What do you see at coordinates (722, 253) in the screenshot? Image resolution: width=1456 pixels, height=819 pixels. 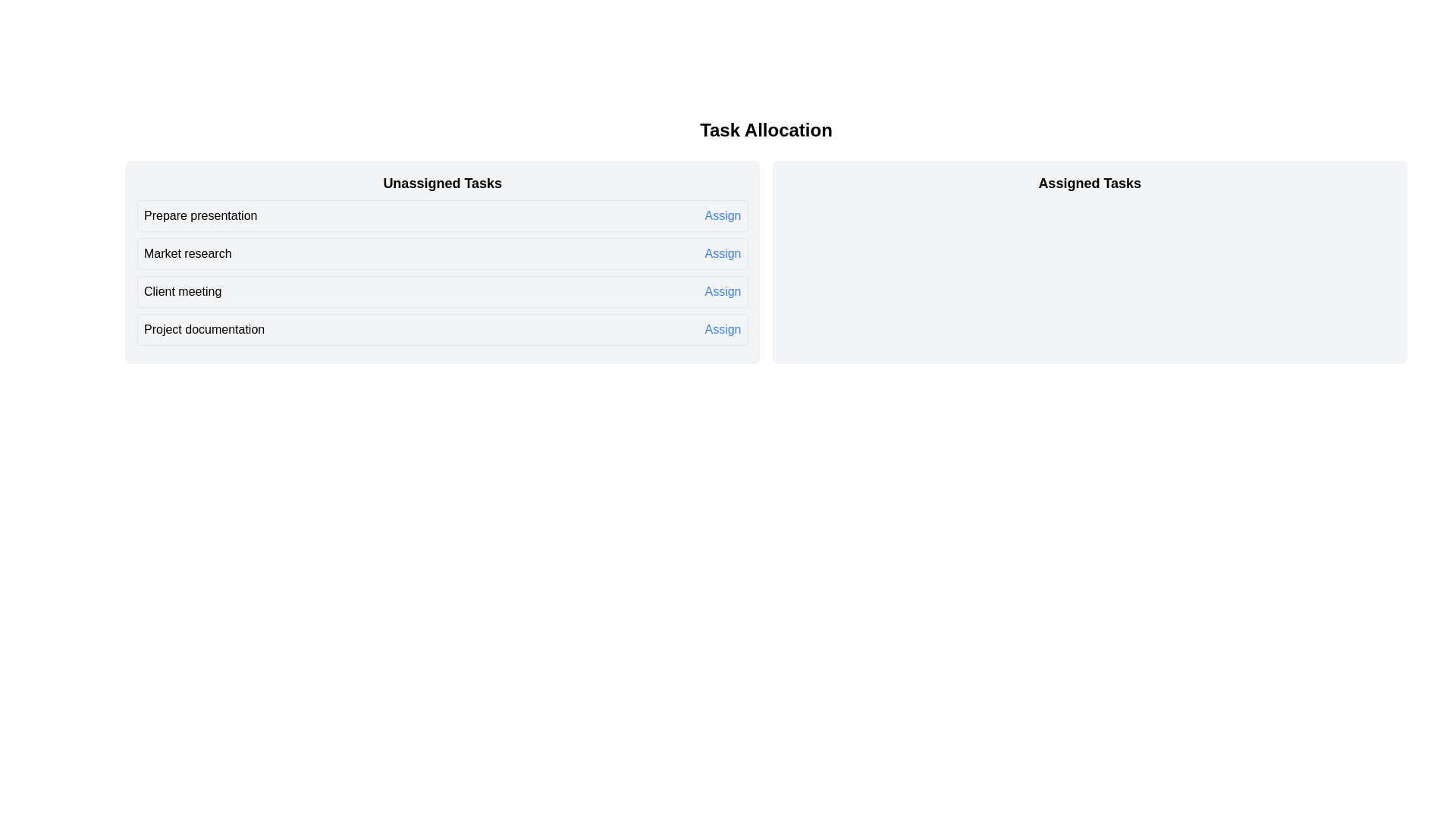 I see `the interactive text label 'Assign' styled in blue font located on the right side of the 'Market research' row within the 'Unassigned Tasks' section to initiate assignment` at bounding box center [722, 253].